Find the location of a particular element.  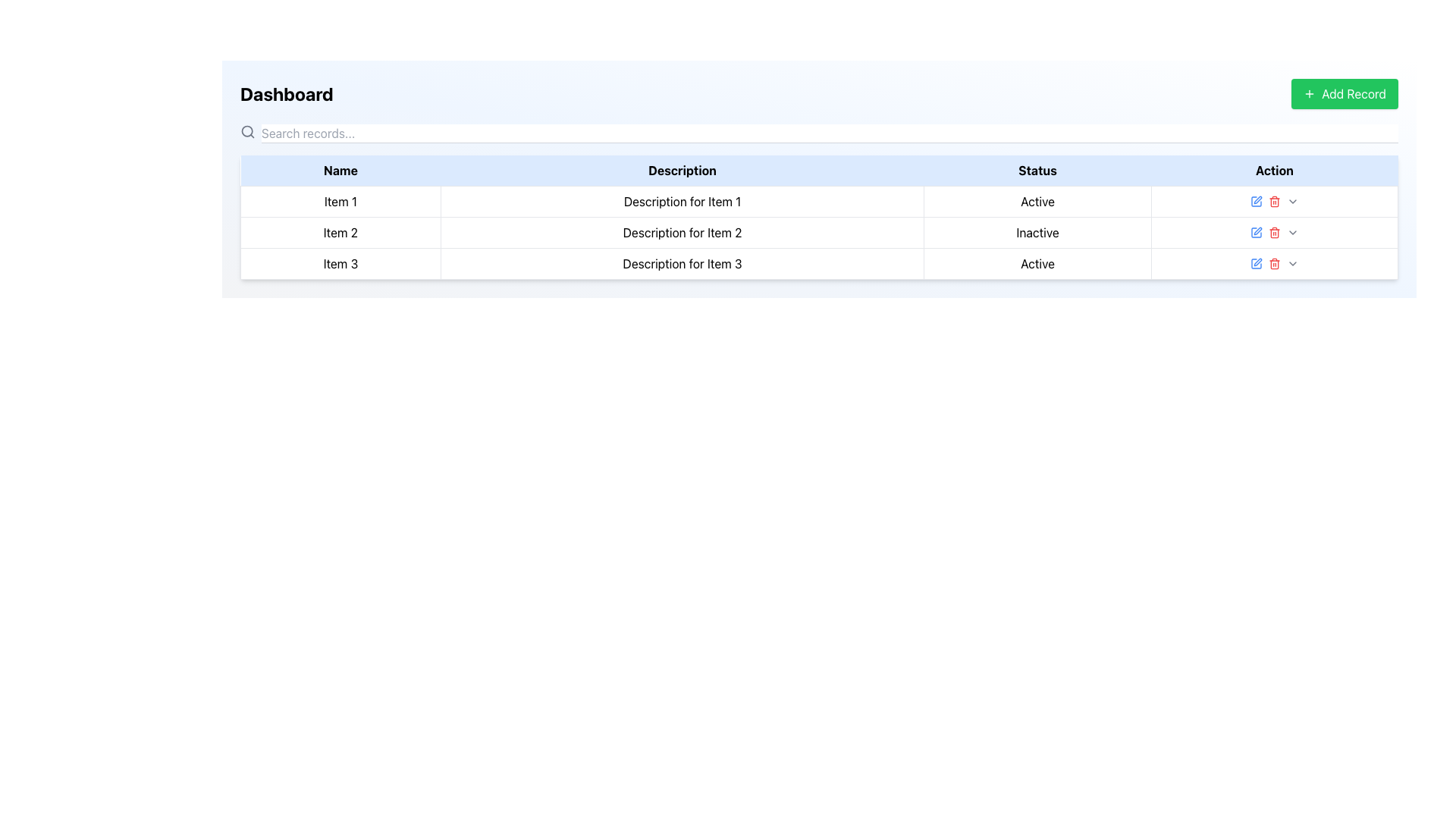

the search icon located to the left of the text input field with the placeholder 'Search records...' to initiate a search is located at coordinates (247, 130).